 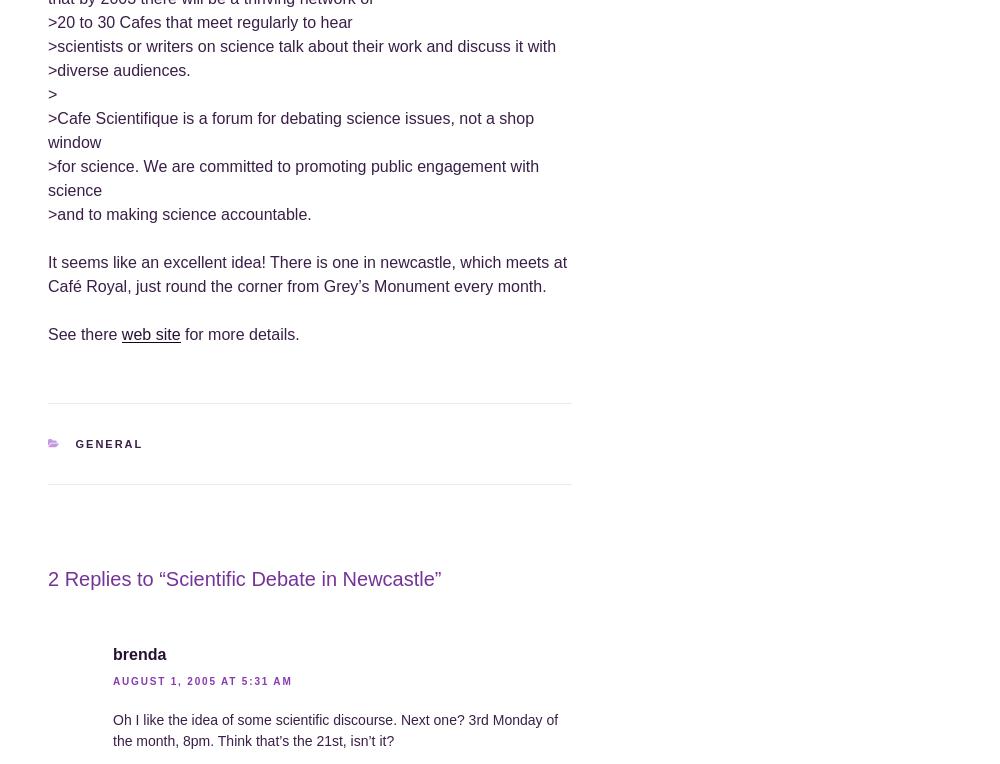 What do you see at coordinates (291, 128) in the screenshot?
I see `'>Cafe Scientifique is a forum for debating science issues, not a shop window'` at bounding box center [291, 128].